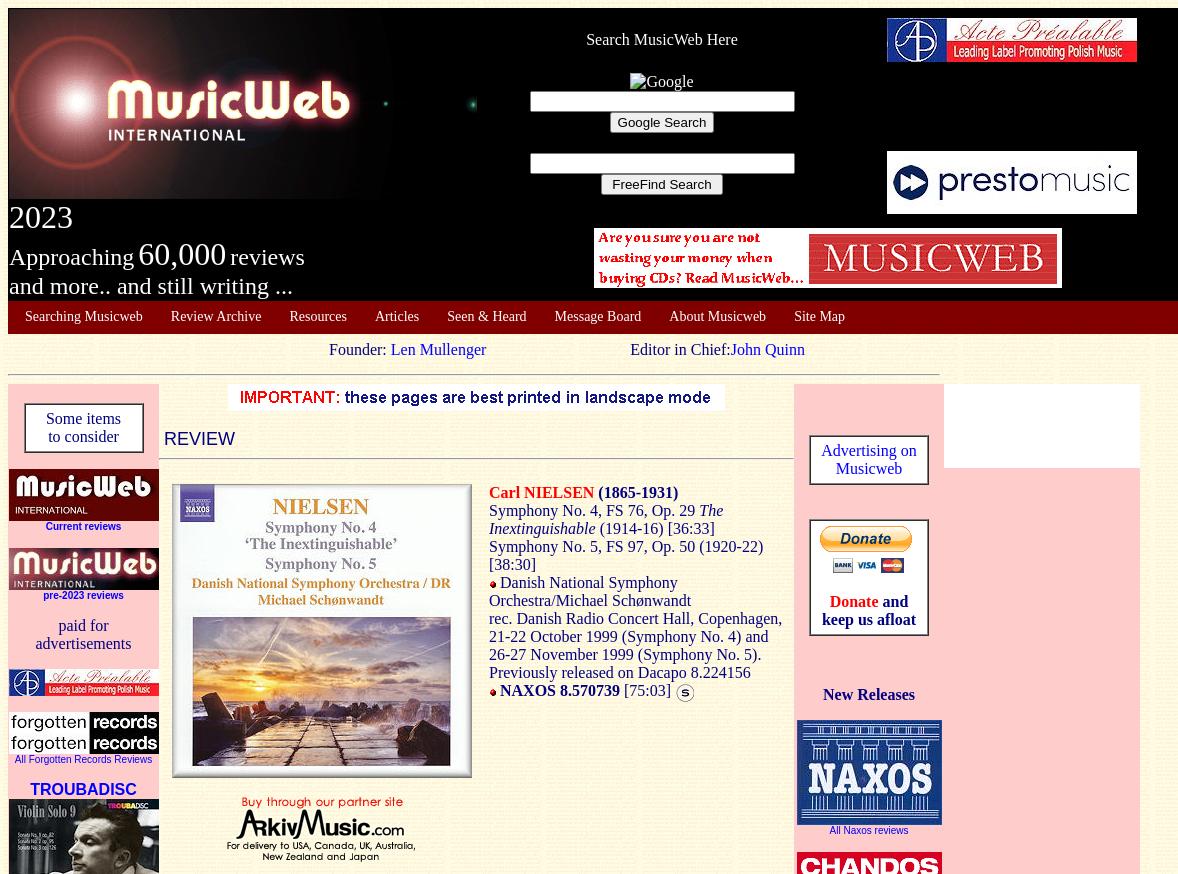 This screenshot has height=874, width=1178. I want to click on 'Other 
                material', so click(64, 833).